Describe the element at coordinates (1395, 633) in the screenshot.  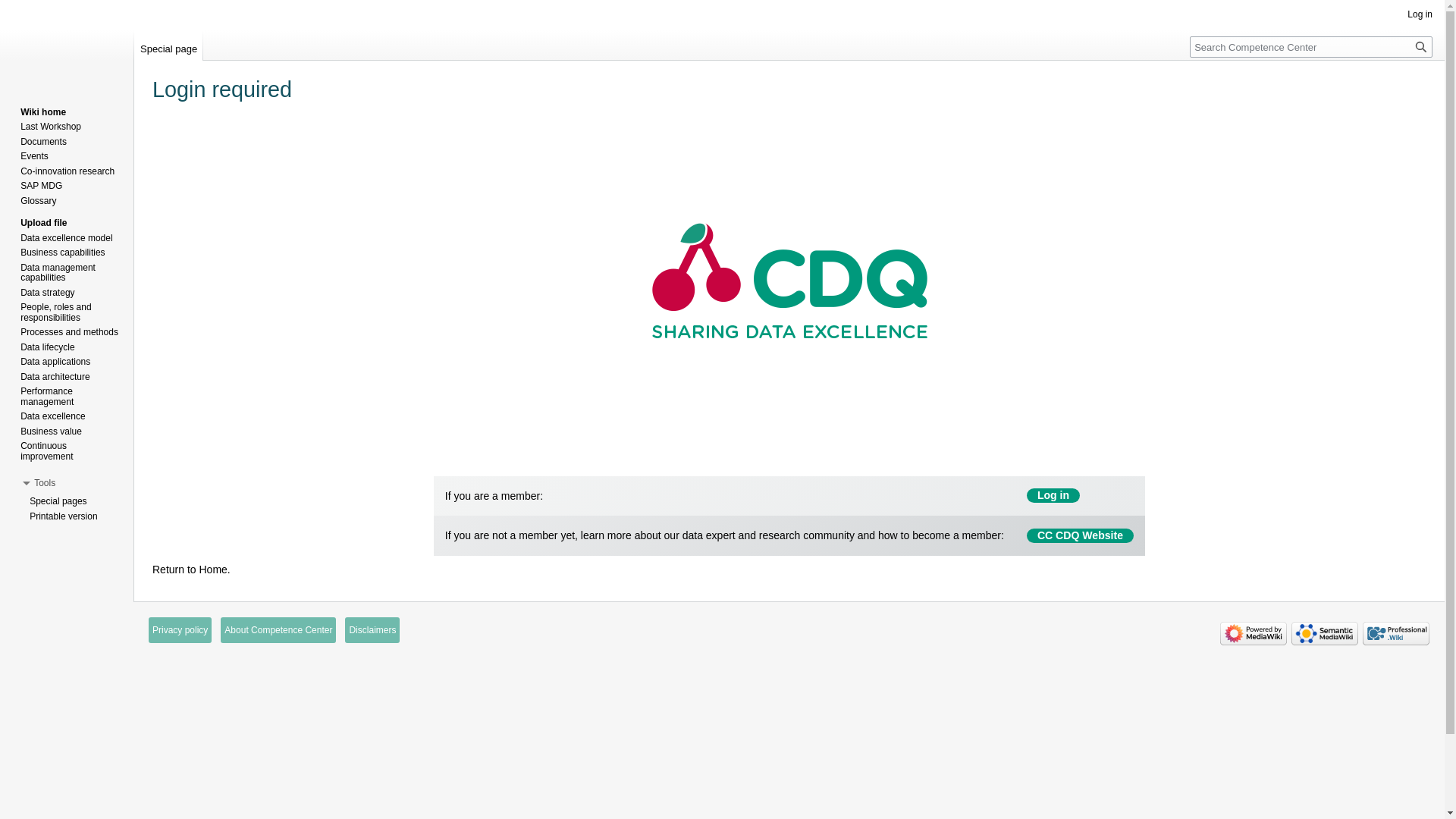
I see `'Managed MediaWiki hosting'` at that location.